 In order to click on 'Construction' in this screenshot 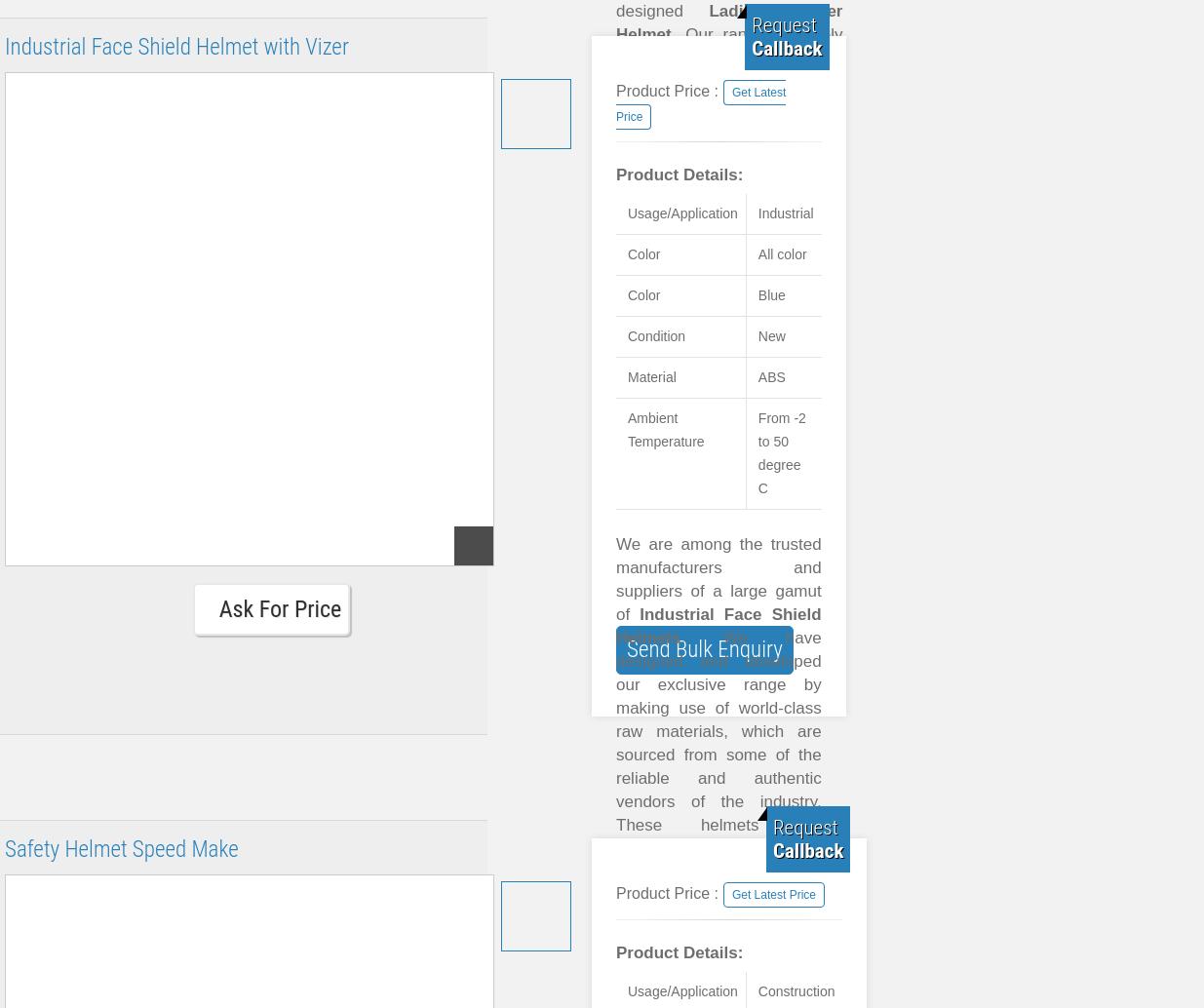, I will do `click(796, 990)`.